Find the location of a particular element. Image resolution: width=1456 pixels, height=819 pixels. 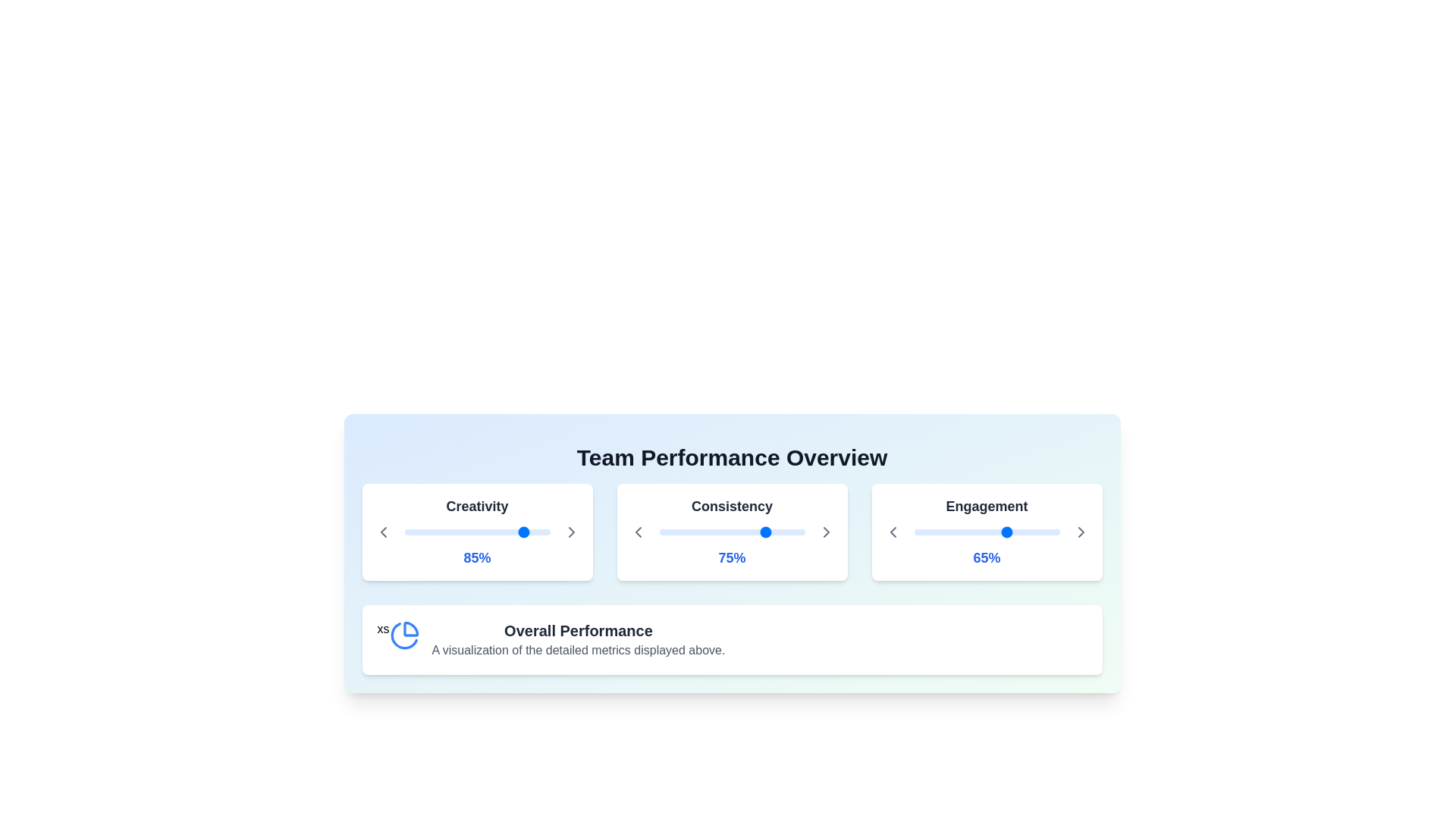

the Engagement slider is located at coordinates (1018, 532).